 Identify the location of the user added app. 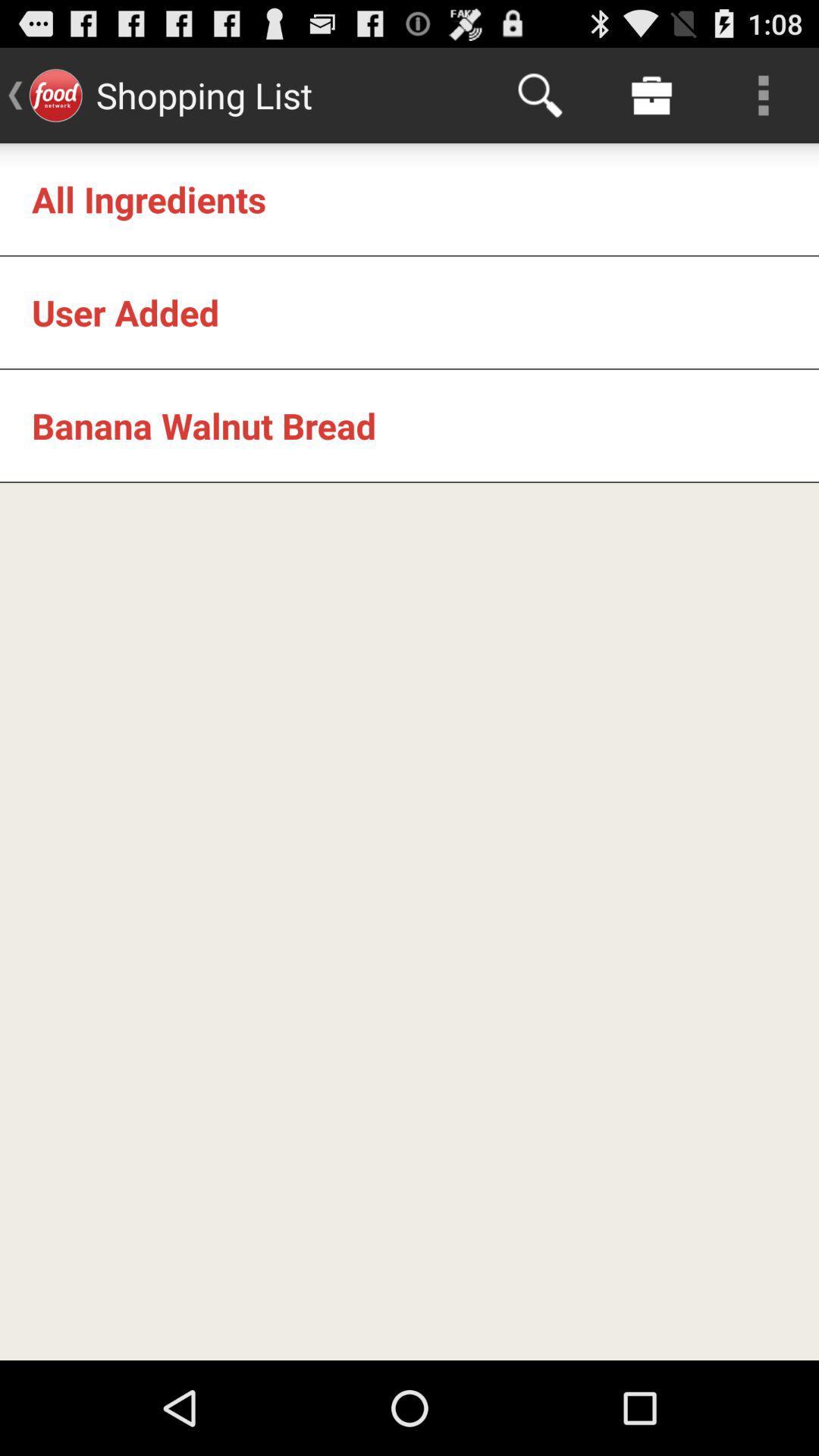
(124, 312).